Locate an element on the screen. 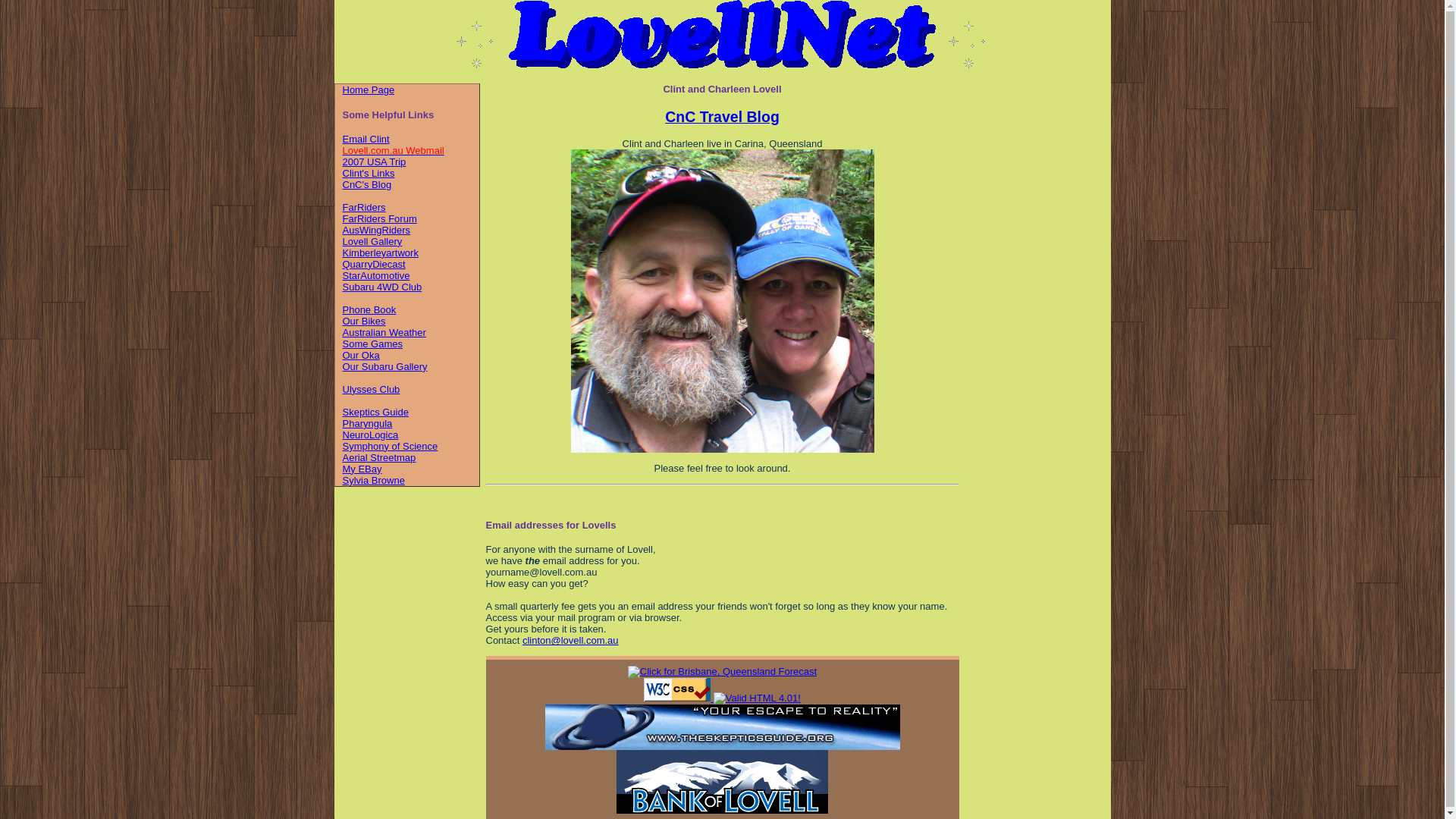 The image size is (1456, 819). 'Home Page' is located at coordinates (369, 89).